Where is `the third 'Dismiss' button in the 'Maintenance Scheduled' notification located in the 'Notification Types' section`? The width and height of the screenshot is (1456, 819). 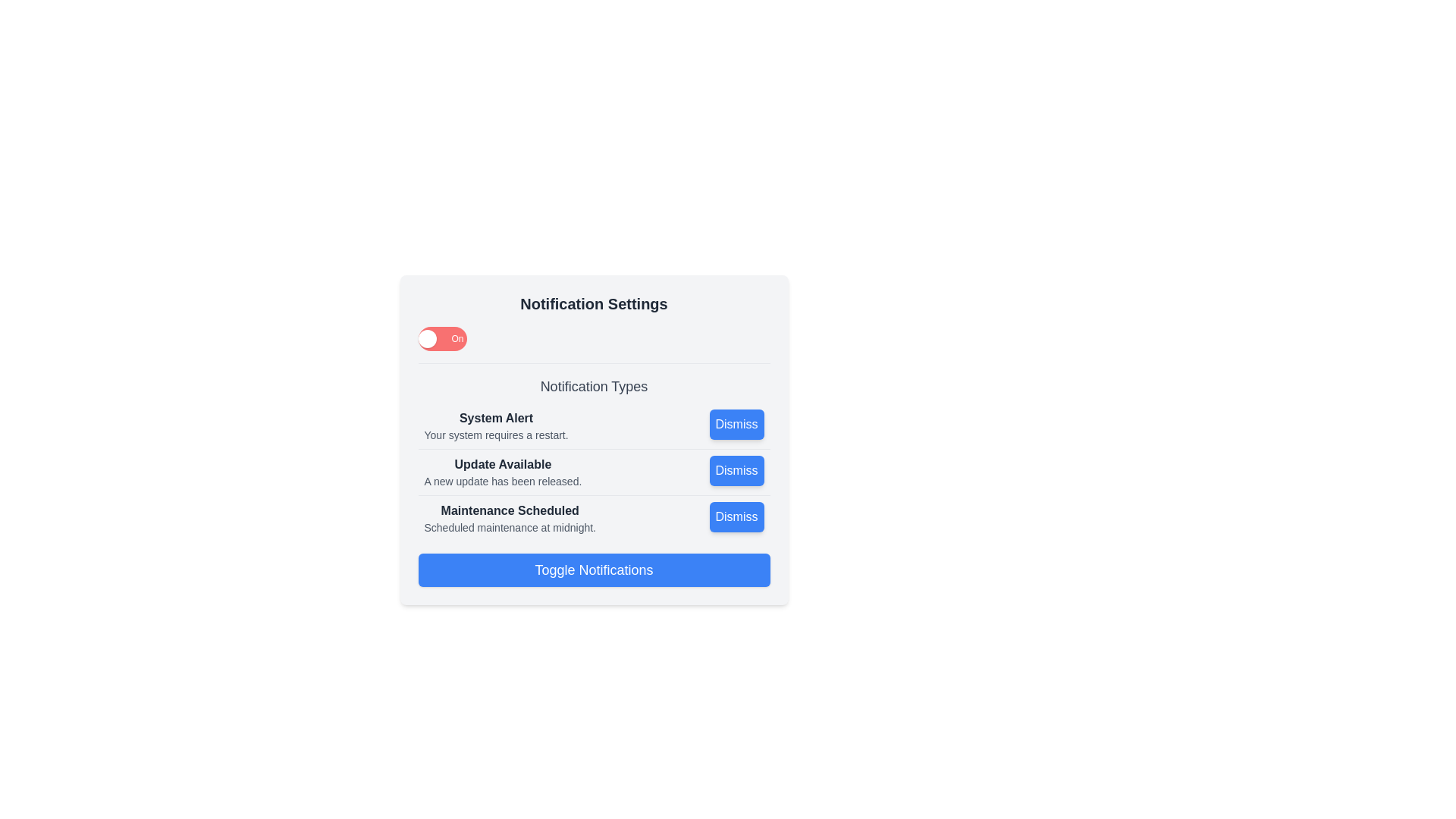
the third 'Dismiss' button in the 'Maintenance Scheduled' notification located in the 'Notification Types' section is located at coordinates (736, 516).